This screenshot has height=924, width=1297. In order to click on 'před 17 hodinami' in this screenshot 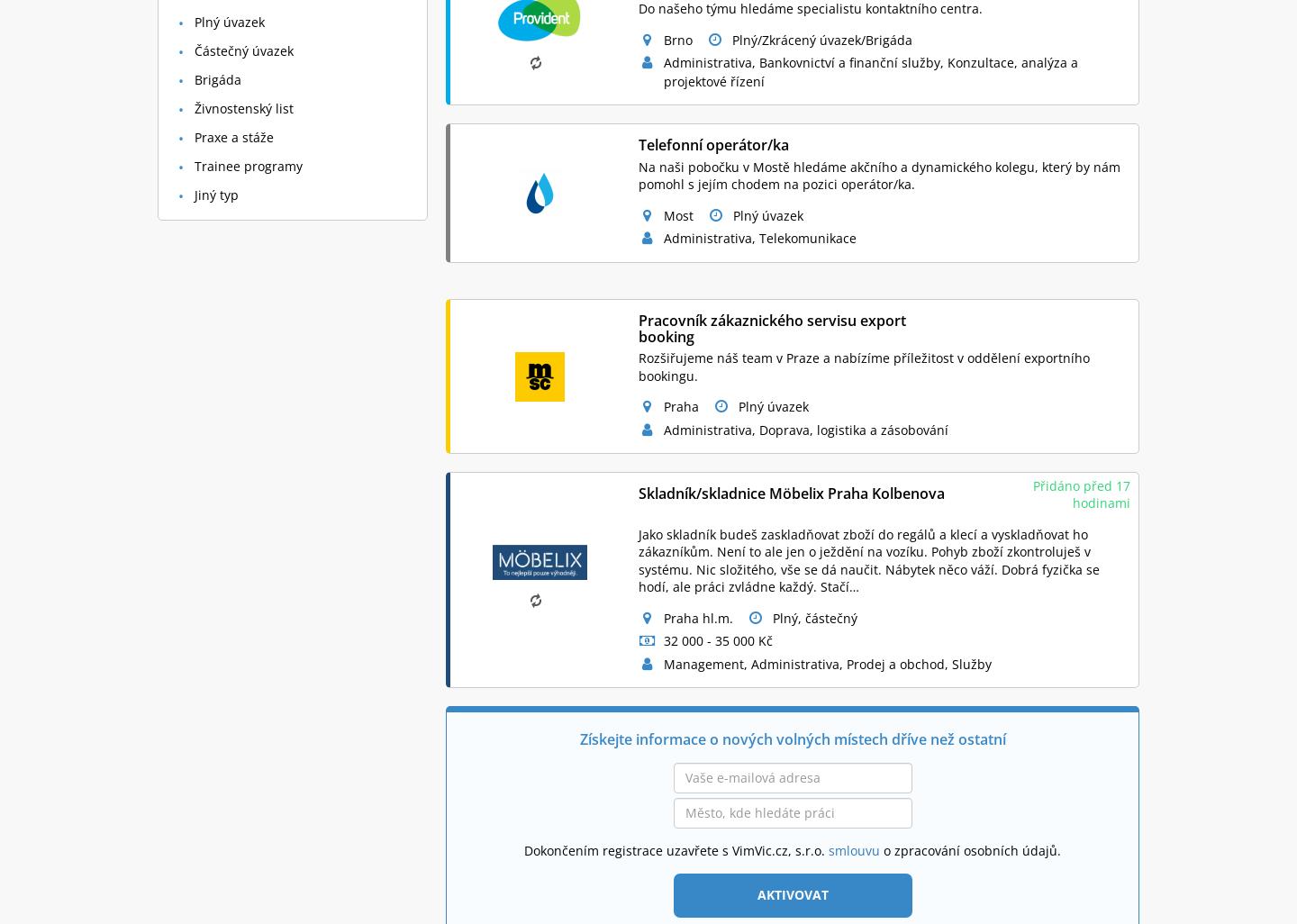, I will do `click(1100, 494)`.